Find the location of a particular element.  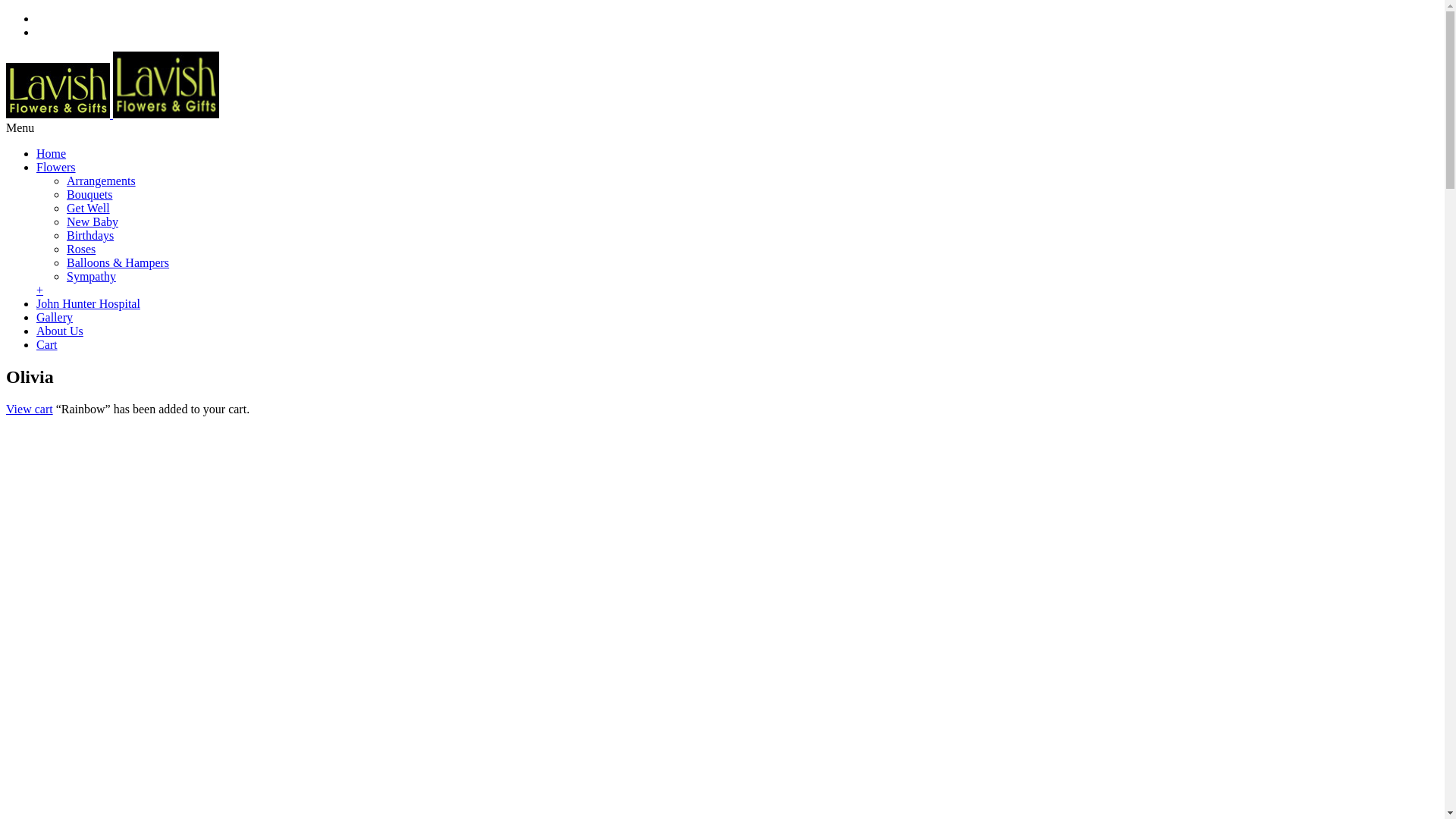

'+' is located at coordinates (39, 290).